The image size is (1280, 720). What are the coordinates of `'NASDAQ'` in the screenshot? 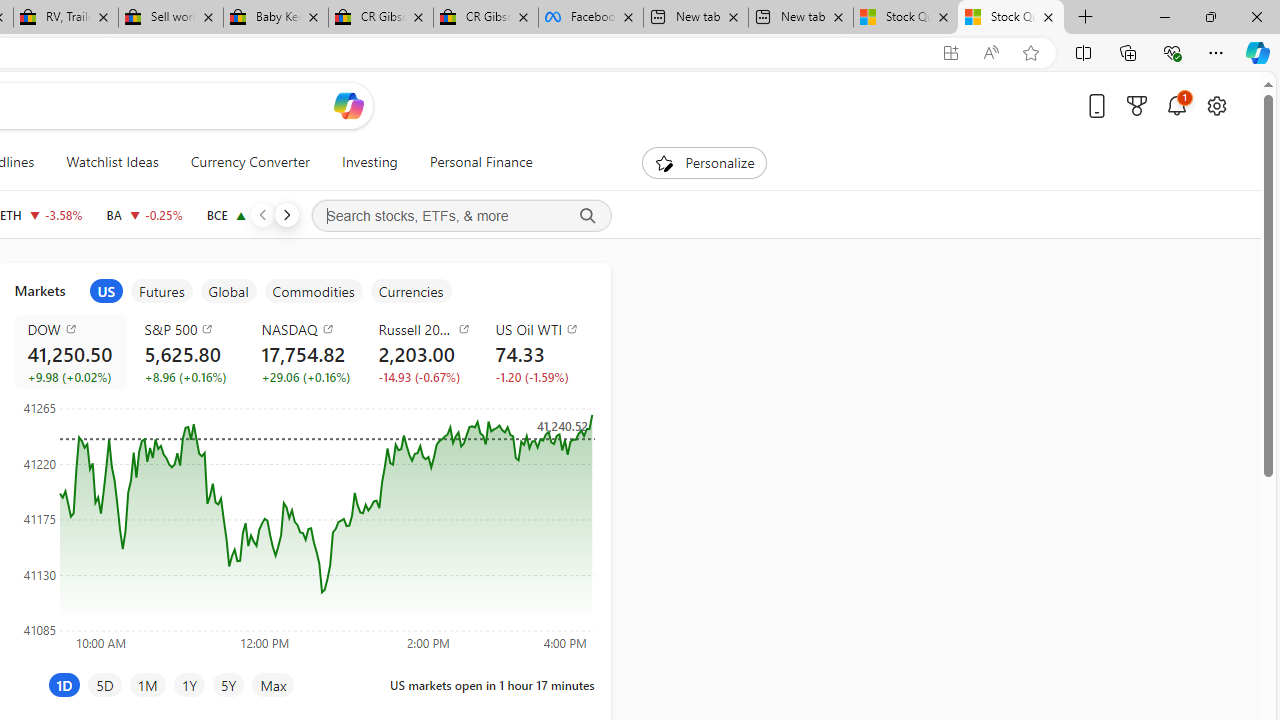 It's located at (306, 328).